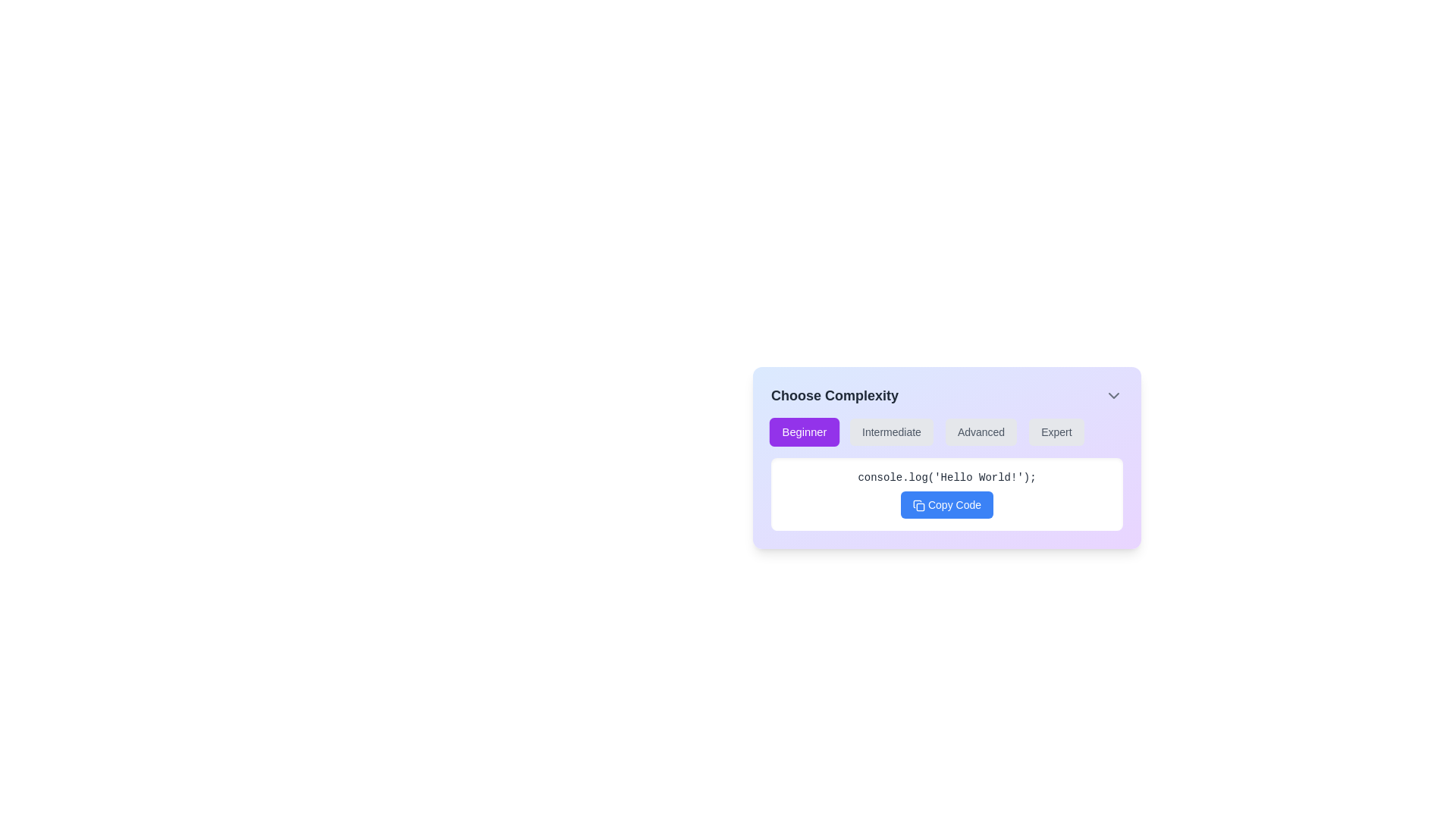  I want to click on the second button located below the code snippet displaying "console.log('Hello World!');" to copy the code snippet to the clipboard, so click(946, 505).